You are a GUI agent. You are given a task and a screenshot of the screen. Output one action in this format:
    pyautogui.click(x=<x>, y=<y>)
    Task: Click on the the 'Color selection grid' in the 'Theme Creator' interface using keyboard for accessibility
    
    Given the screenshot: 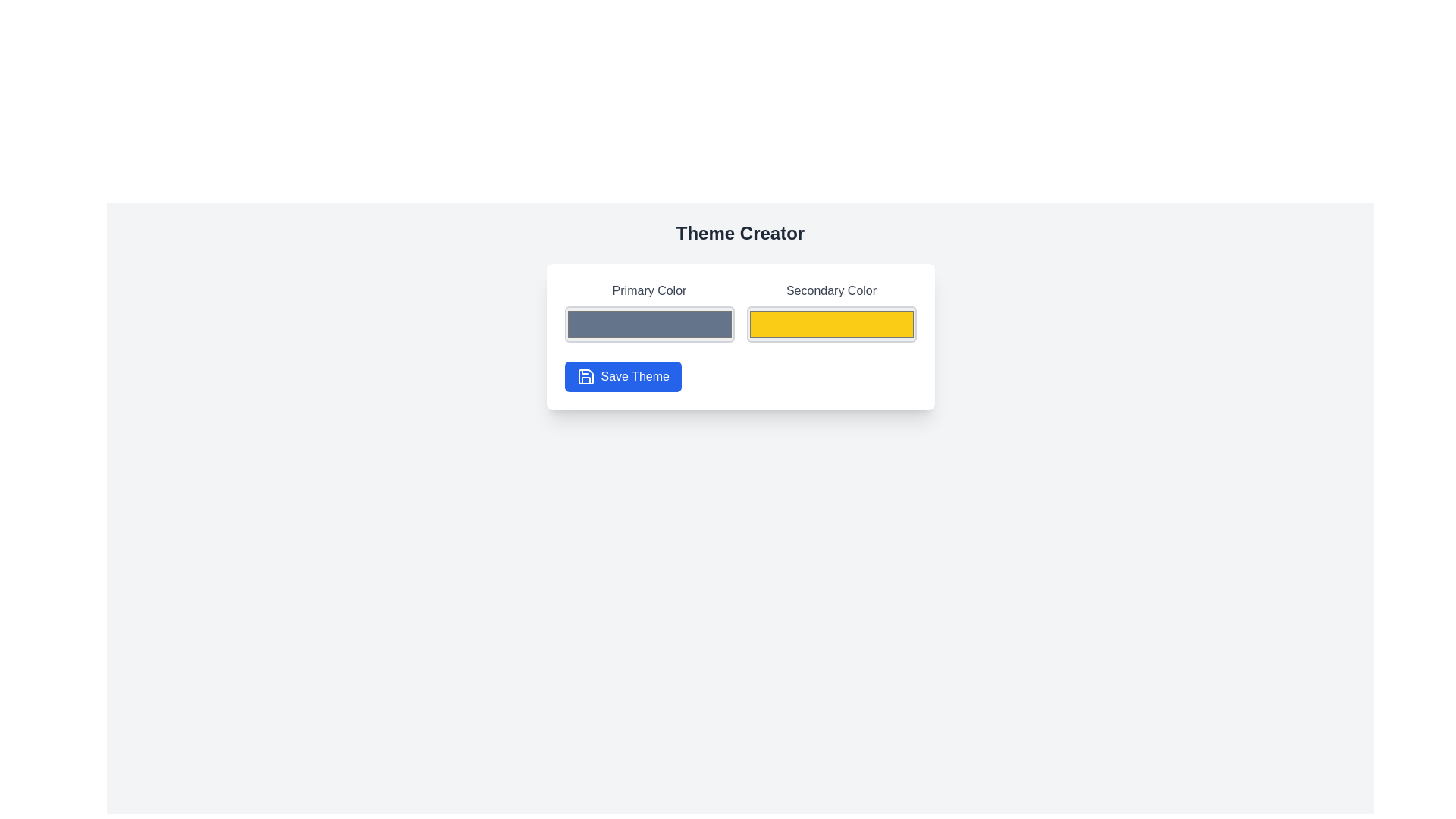 What is the action you would take?
    pyautogui.click(x=740, y=312)
    